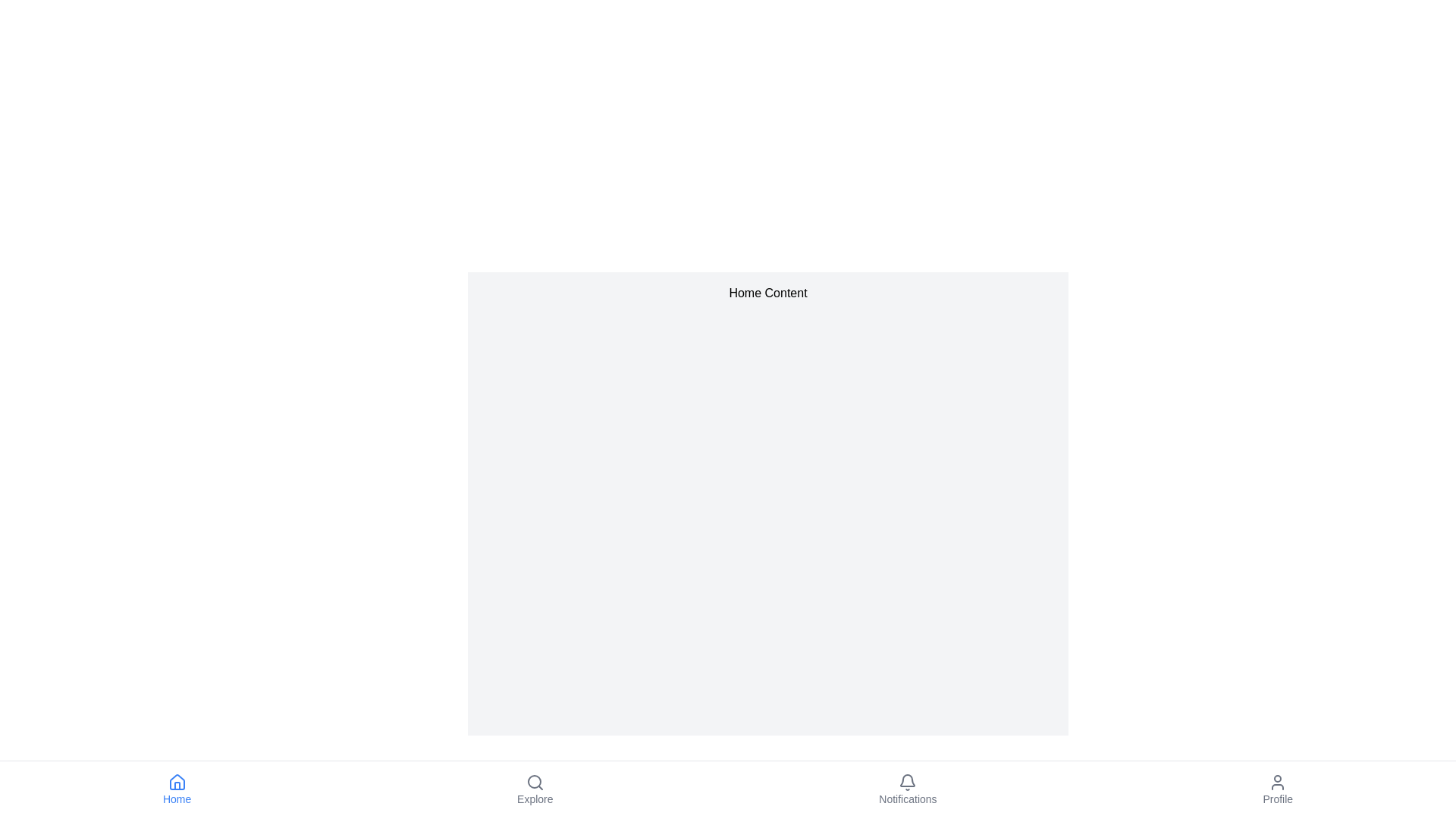 This screenshot has width=1456, height=819. Describe the element at coordinates (177, 785) in the screenshot. I see `the central vertical part of the home icon located in the bottom navigation bar, above the word 'Home'` at that location.